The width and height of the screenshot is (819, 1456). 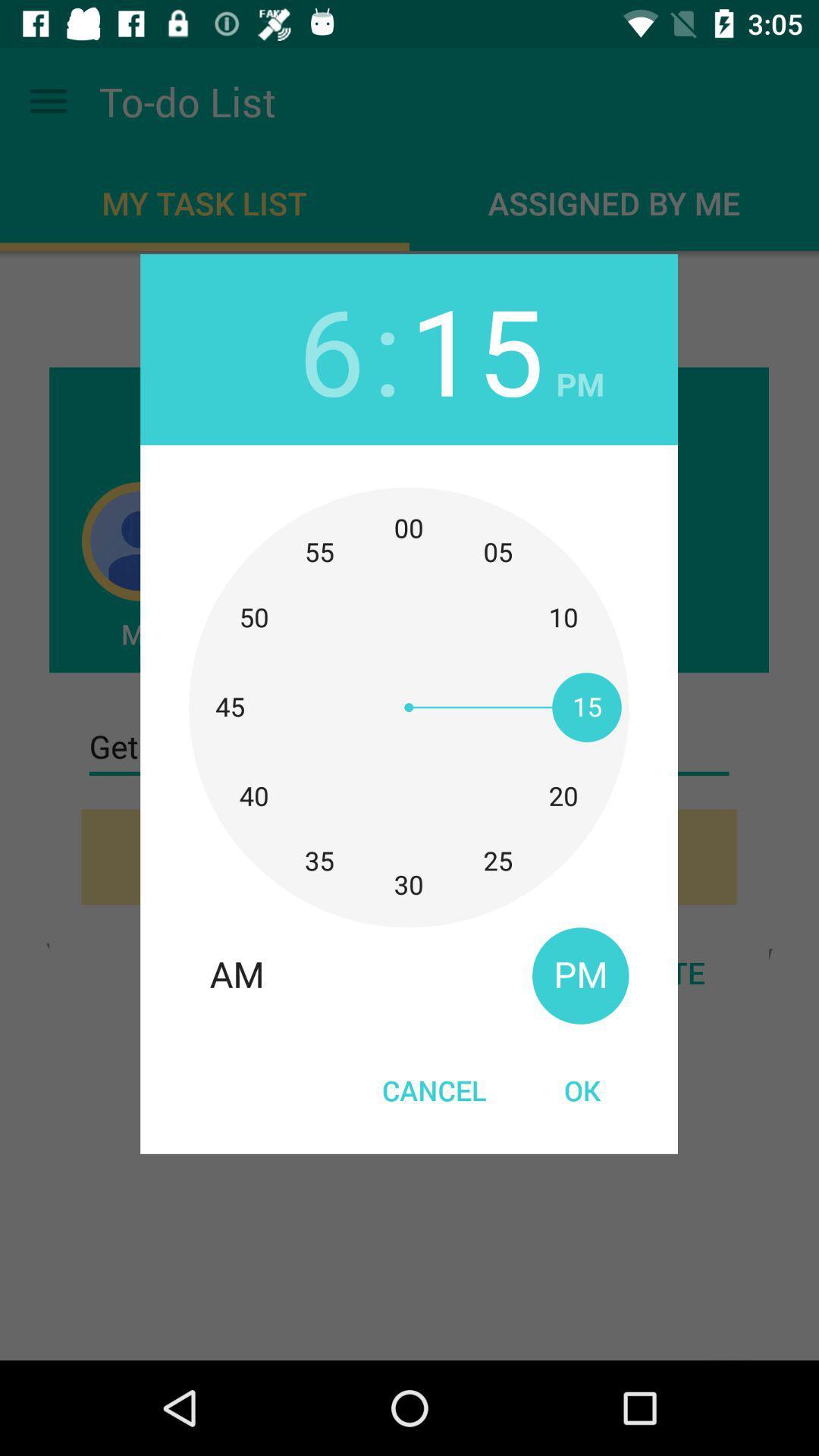 What do you see at coordinates (331, 348) in the screenshot?
I see `the 6 item` at bounding box center [331, 348].